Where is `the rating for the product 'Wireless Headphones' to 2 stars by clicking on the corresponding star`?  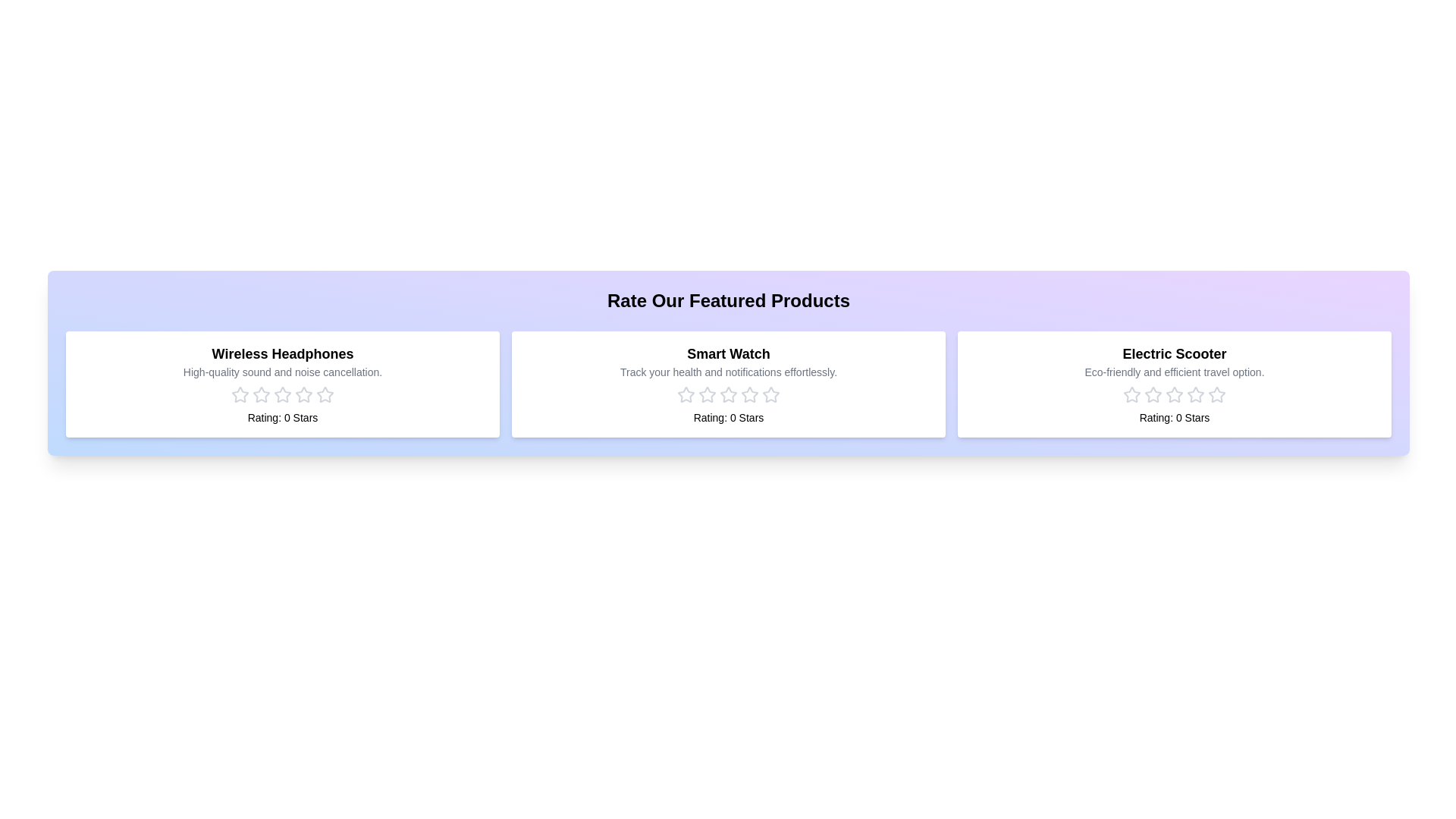
the rating for the product 'Wireless Headphones' to 2 stars by clicking on the corresponding star is located at coordinates (262, 394).